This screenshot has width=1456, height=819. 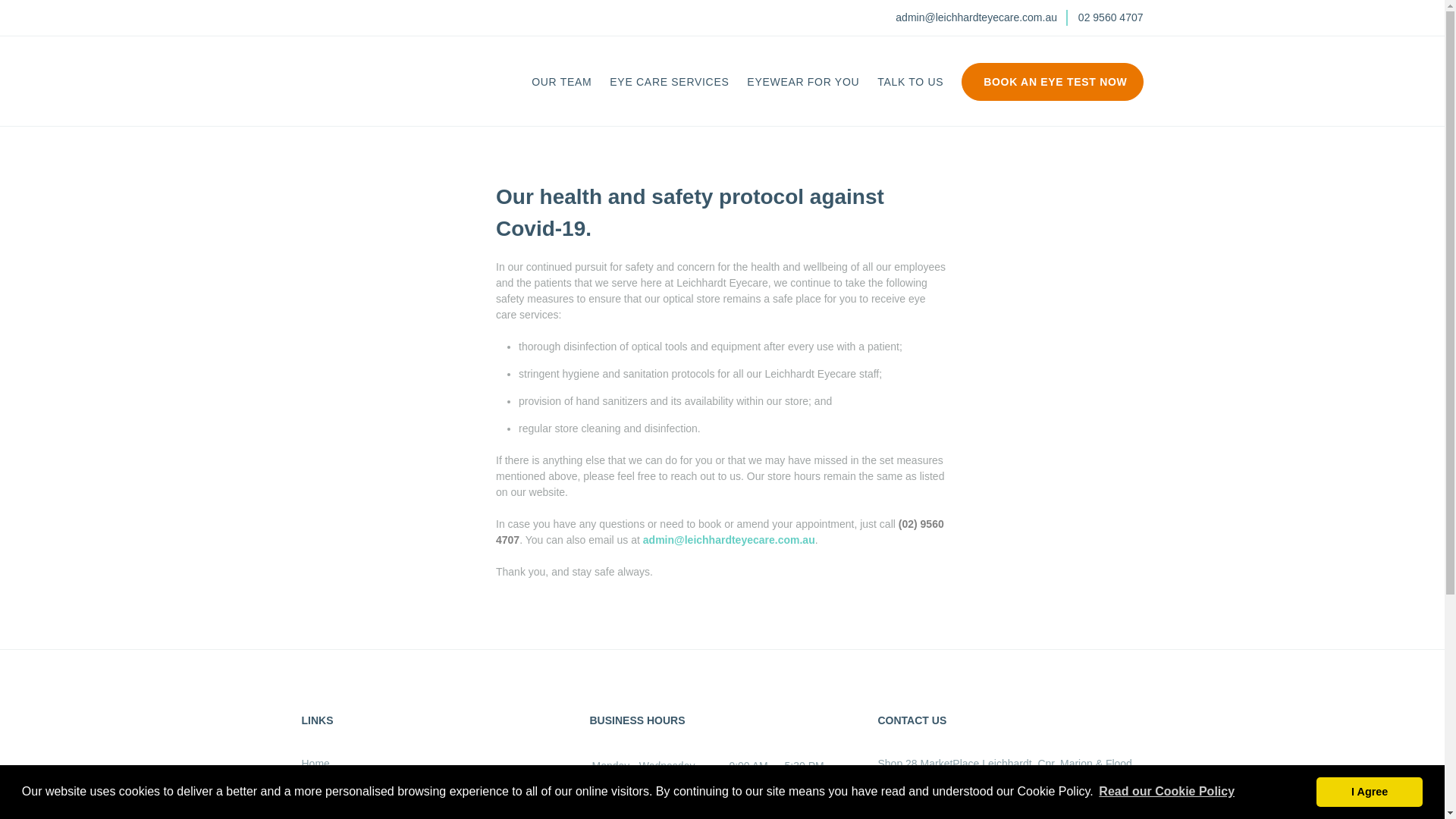 What do you see at coordinates (910, 82) in the screenshot?
I see `'TALK TO US'` at bounding box center [910, 82].